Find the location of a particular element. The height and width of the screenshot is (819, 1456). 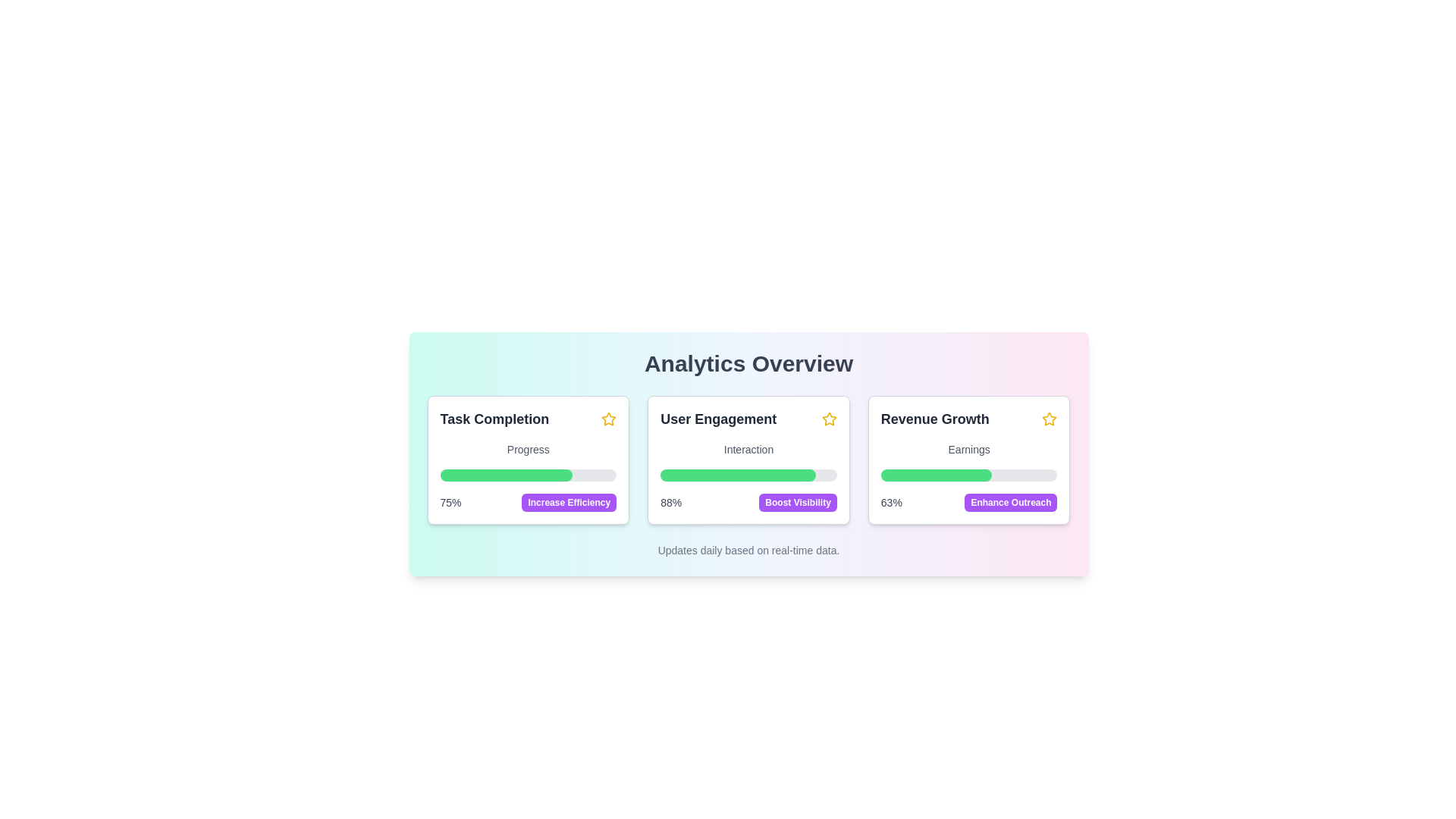

the star-shaped icon with a yellow border located is located at coordinates (828, 419).